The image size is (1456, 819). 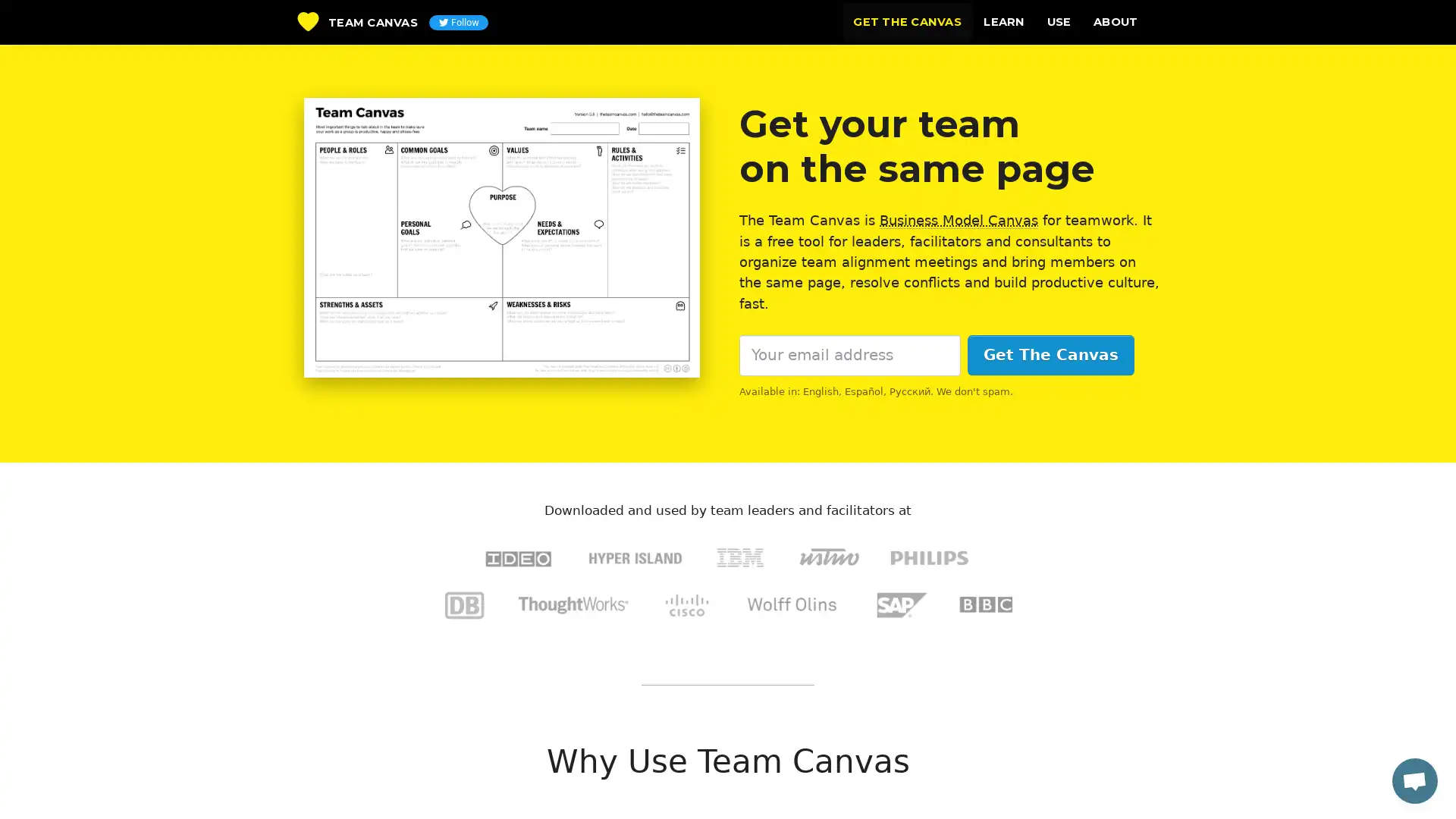 What do you see at coordinates (1050, 355) in the screenshot?
I see `Get The Canvas` at bounding box center [1050, 355].